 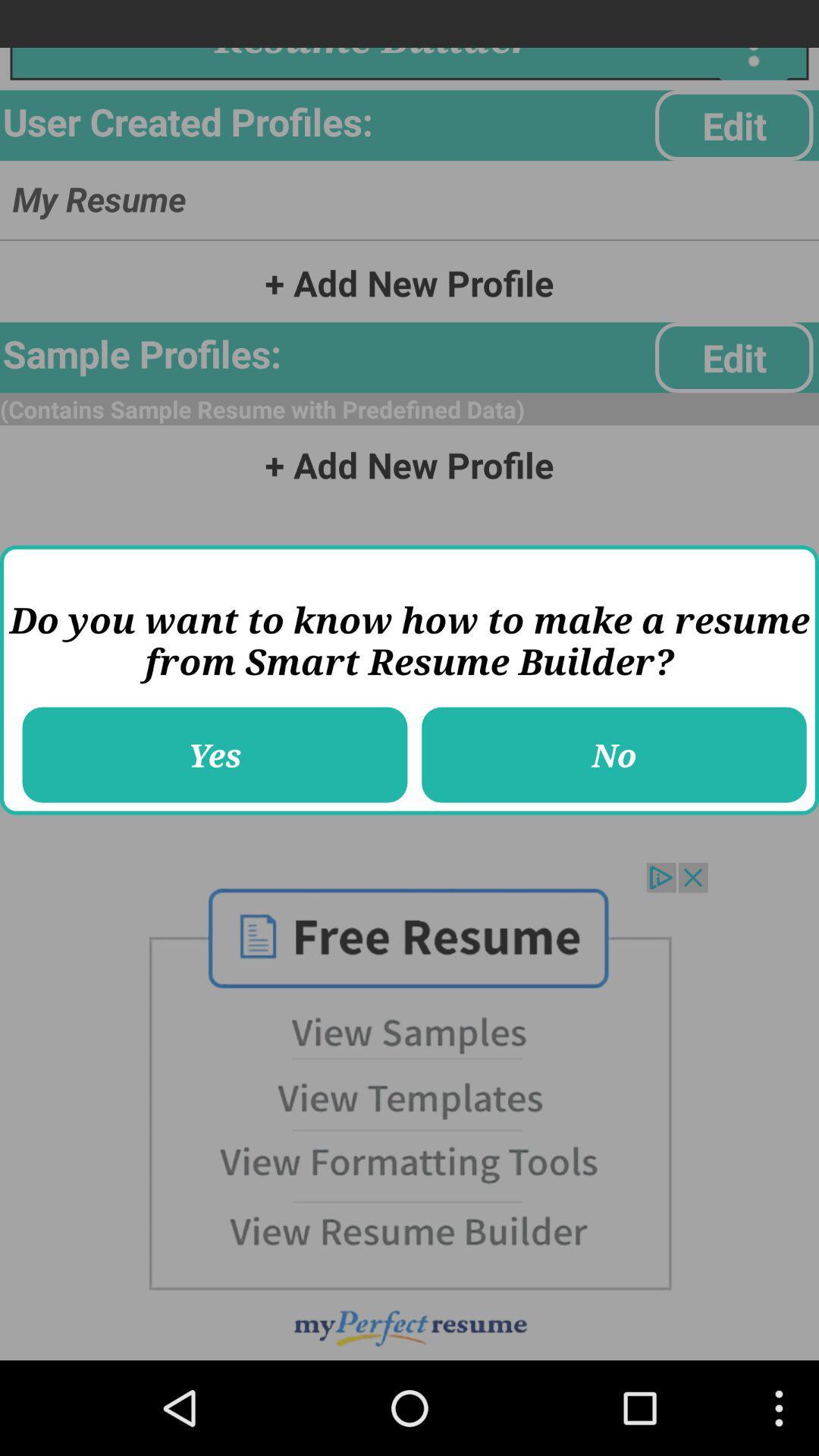 I want to click on icon next to no icon, so click(x=215, y=755).